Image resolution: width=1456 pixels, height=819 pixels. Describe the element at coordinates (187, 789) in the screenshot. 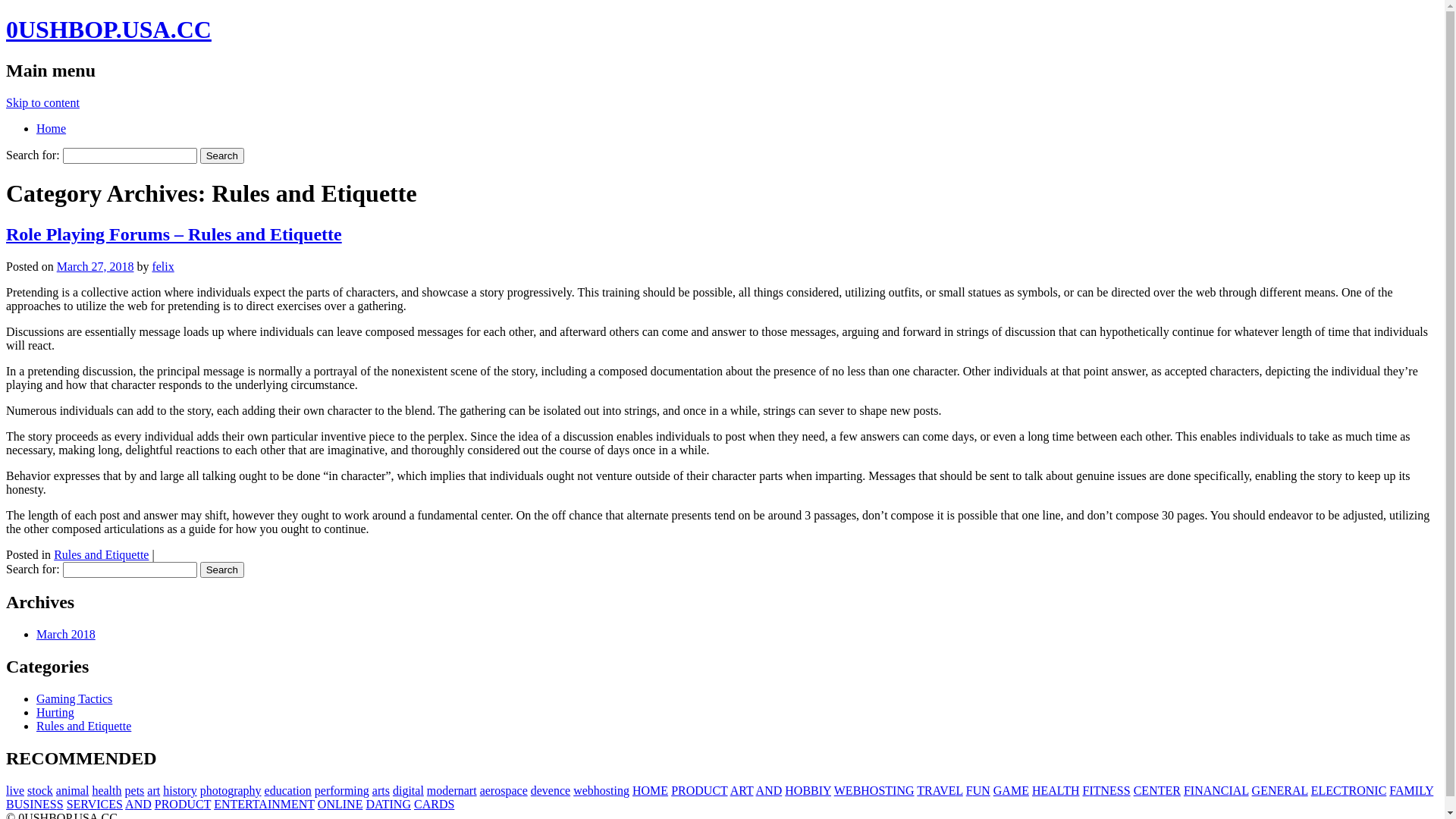

I see `'r'` at that location.